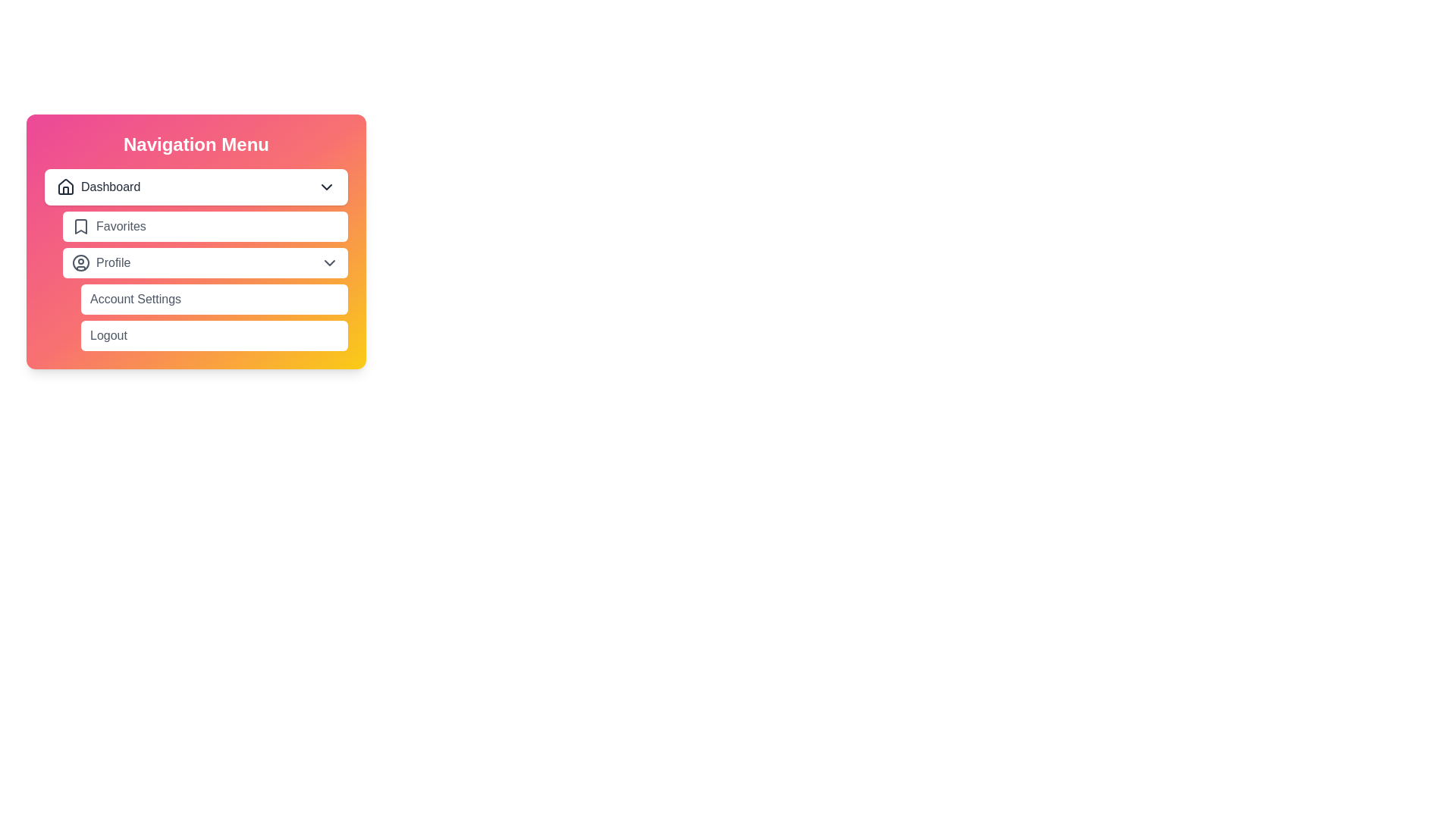 Image resolution: width=1456 pixels, height=819 pixels. Describe the element at coordinates (204, 262) in the screenshot. I see `the 'Profile' button located in the middle of the menu` at that location.